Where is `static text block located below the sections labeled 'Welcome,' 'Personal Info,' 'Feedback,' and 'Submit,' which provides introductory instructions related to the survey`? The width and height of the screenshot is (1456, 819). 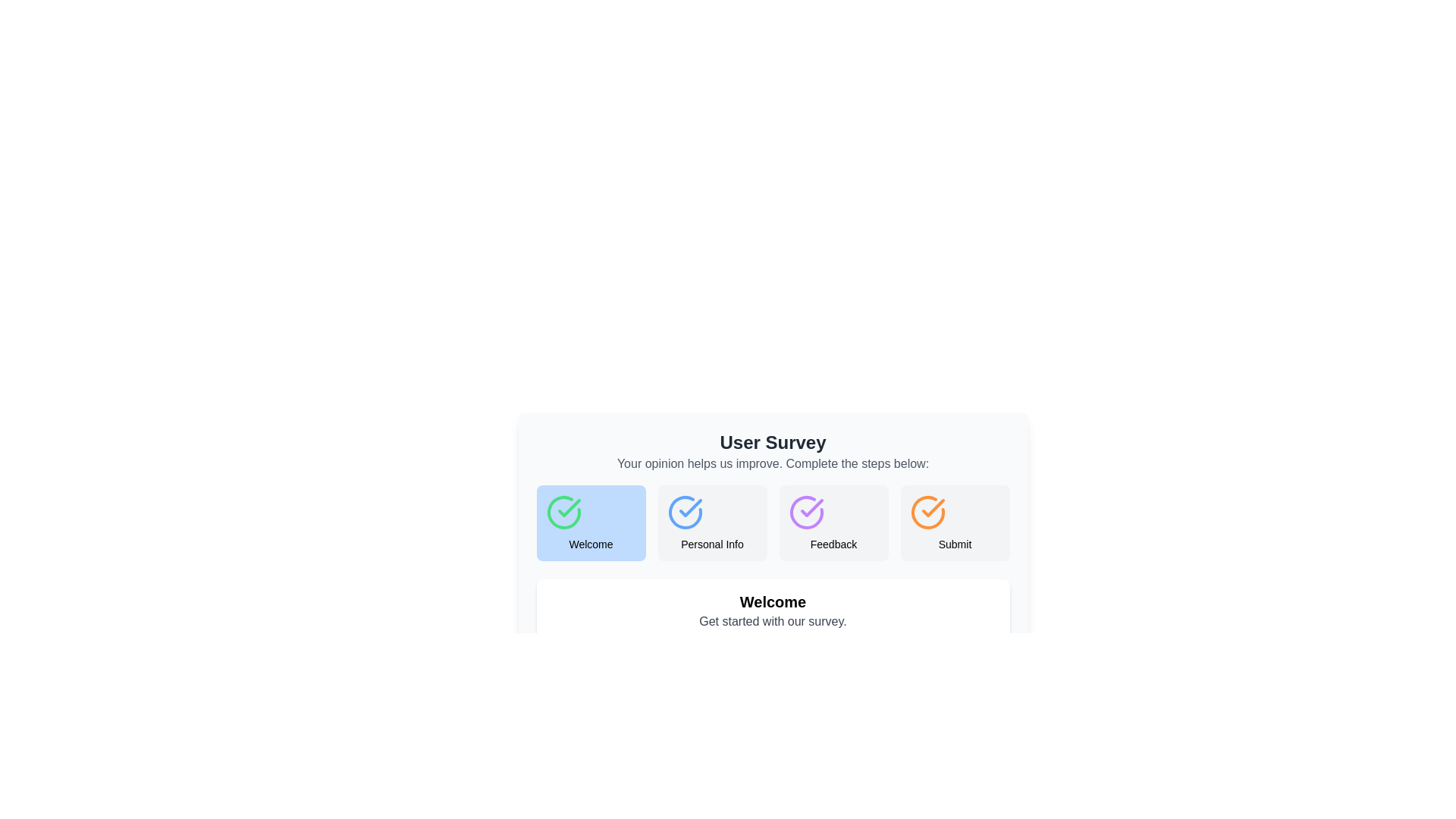
static text block located below the sections labeled 'Welcome,' 'Personal Info,' 'Feedback,' and 'Submit,' which provides introductory instructions related to the survey is located at coordinates (773, 610).